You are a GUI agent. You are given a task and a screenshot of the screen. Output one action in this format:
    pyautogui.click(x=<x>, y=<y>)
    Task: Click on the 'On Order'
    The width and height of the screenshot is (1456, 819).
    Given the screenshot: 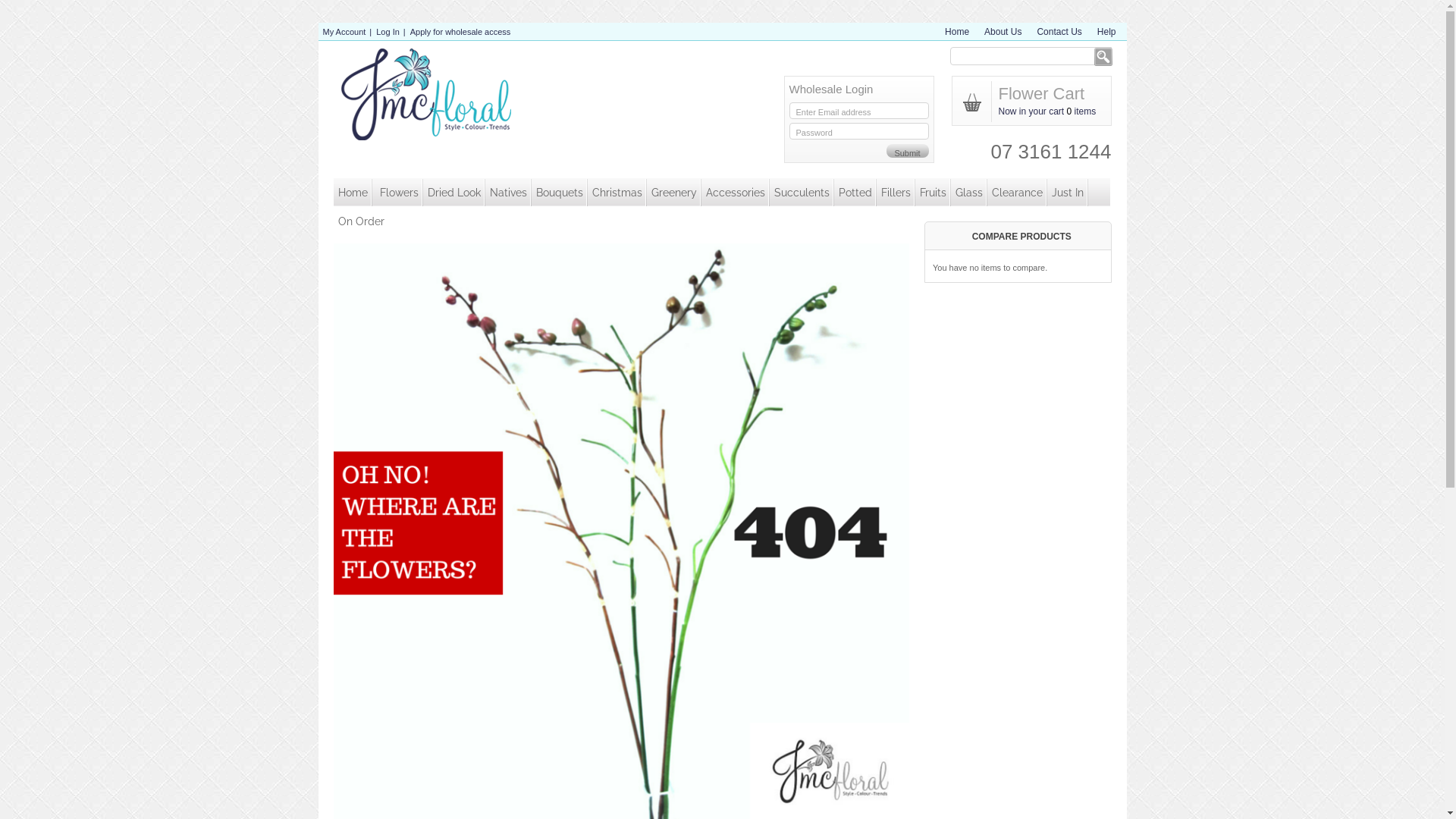 What is the action you would take?
    pyautogui.click(x=360, y=221)
    